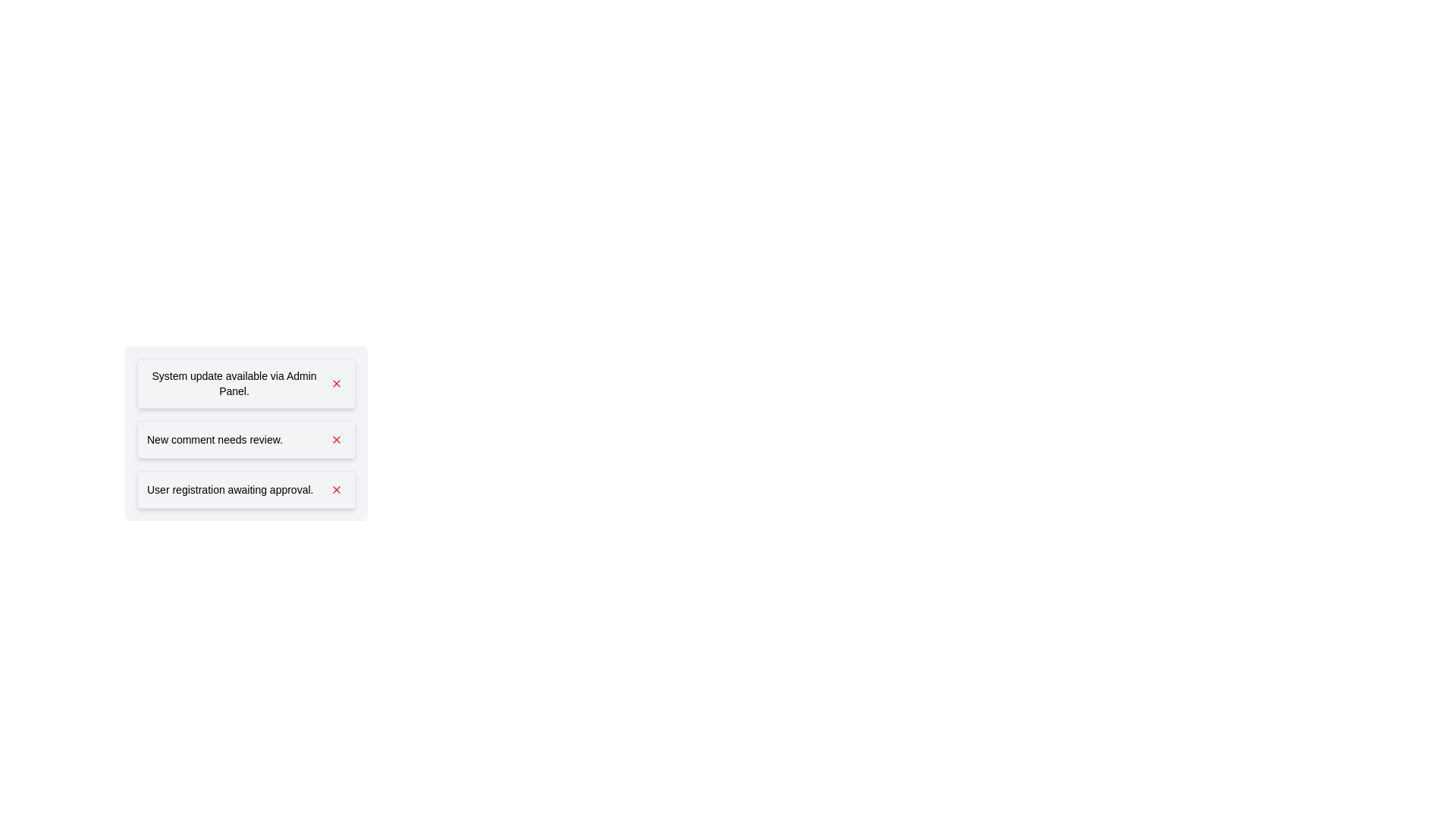 This screenshot has height=819, width=1456. I want to click on the details of the notification alert box that indicates 'User registration awaiting approval.', so click(246, 489).